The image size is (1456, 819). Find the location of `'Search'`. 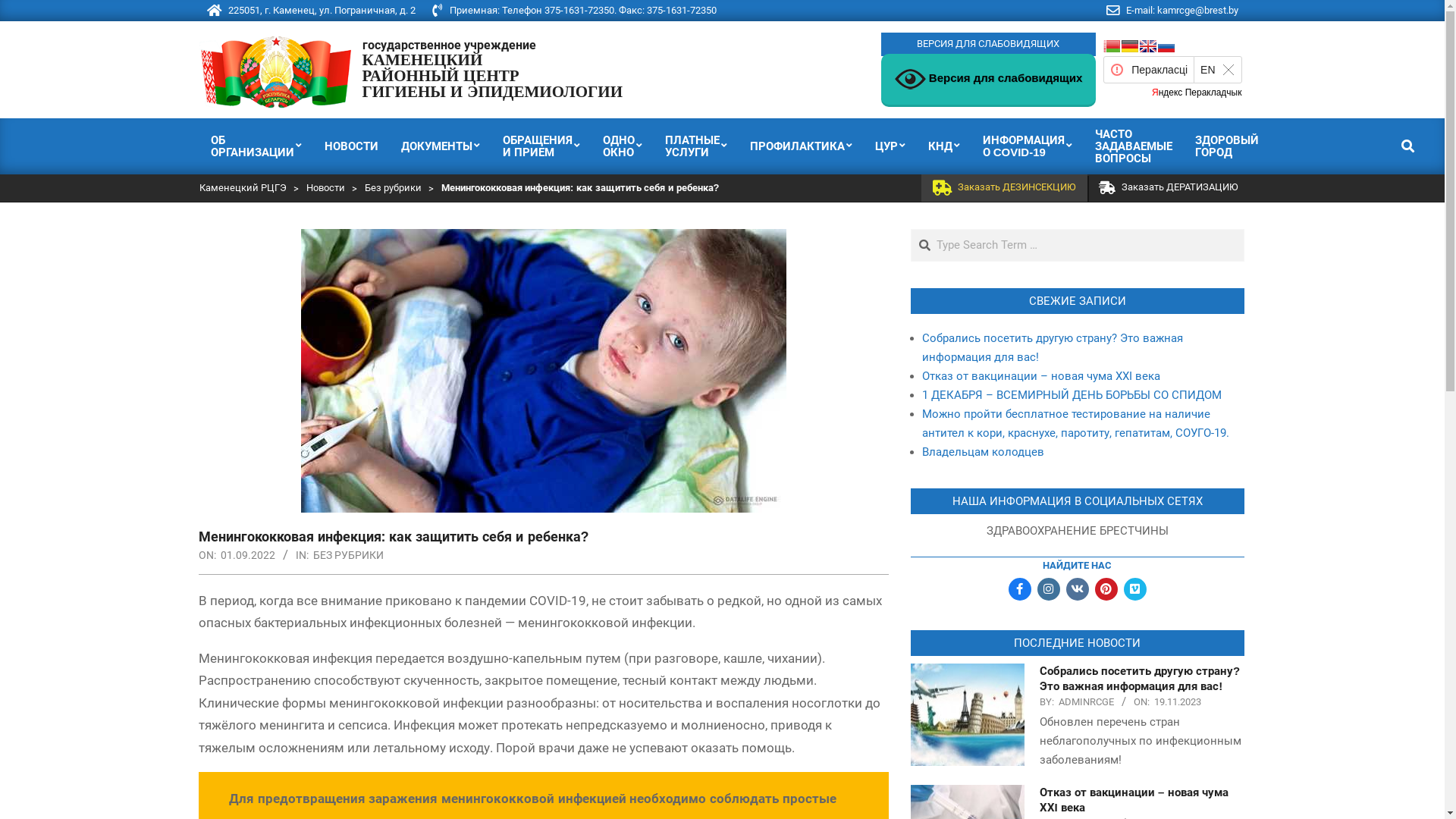

'Search' is located at coordinates (21, 8).